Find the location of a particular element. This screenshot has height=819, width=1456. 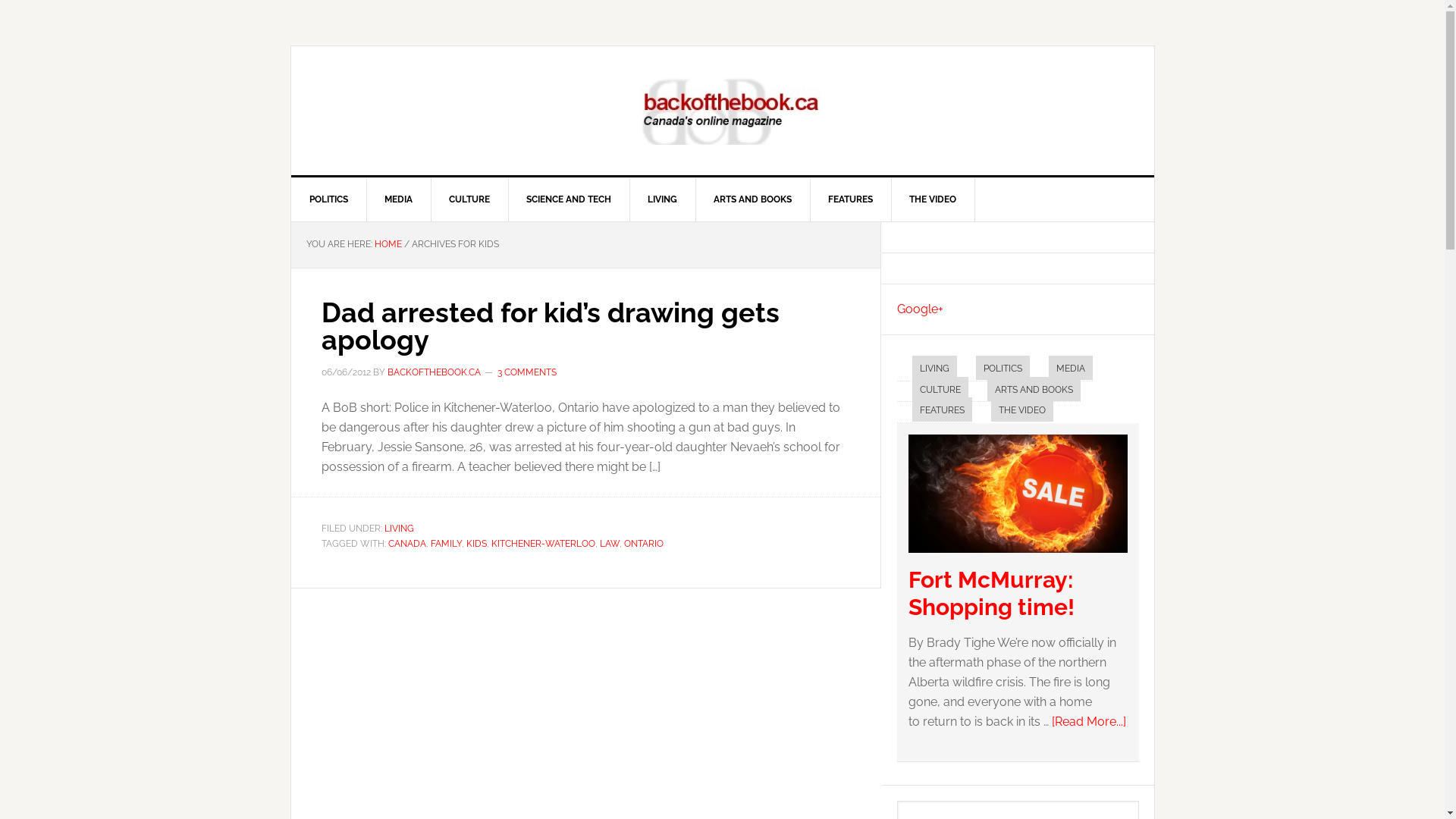

'3 COMMENTS' is located at coordinates (527, 372).